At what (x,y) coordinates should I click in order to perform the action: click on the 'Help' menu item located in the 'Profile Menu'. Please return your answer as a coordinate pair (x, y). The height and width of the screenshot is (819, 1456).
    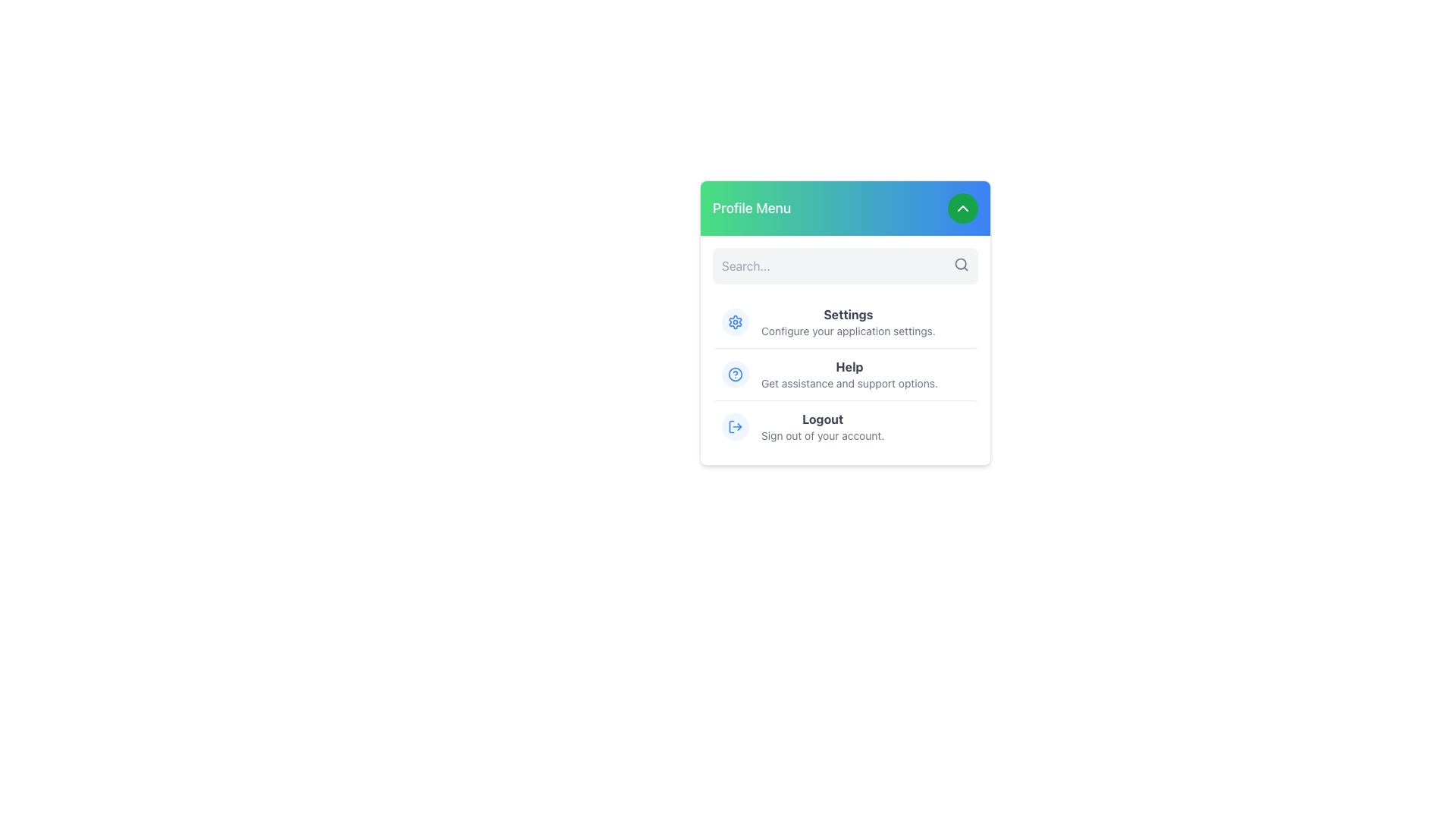
    Looking at the image, I should click on (844, 374).